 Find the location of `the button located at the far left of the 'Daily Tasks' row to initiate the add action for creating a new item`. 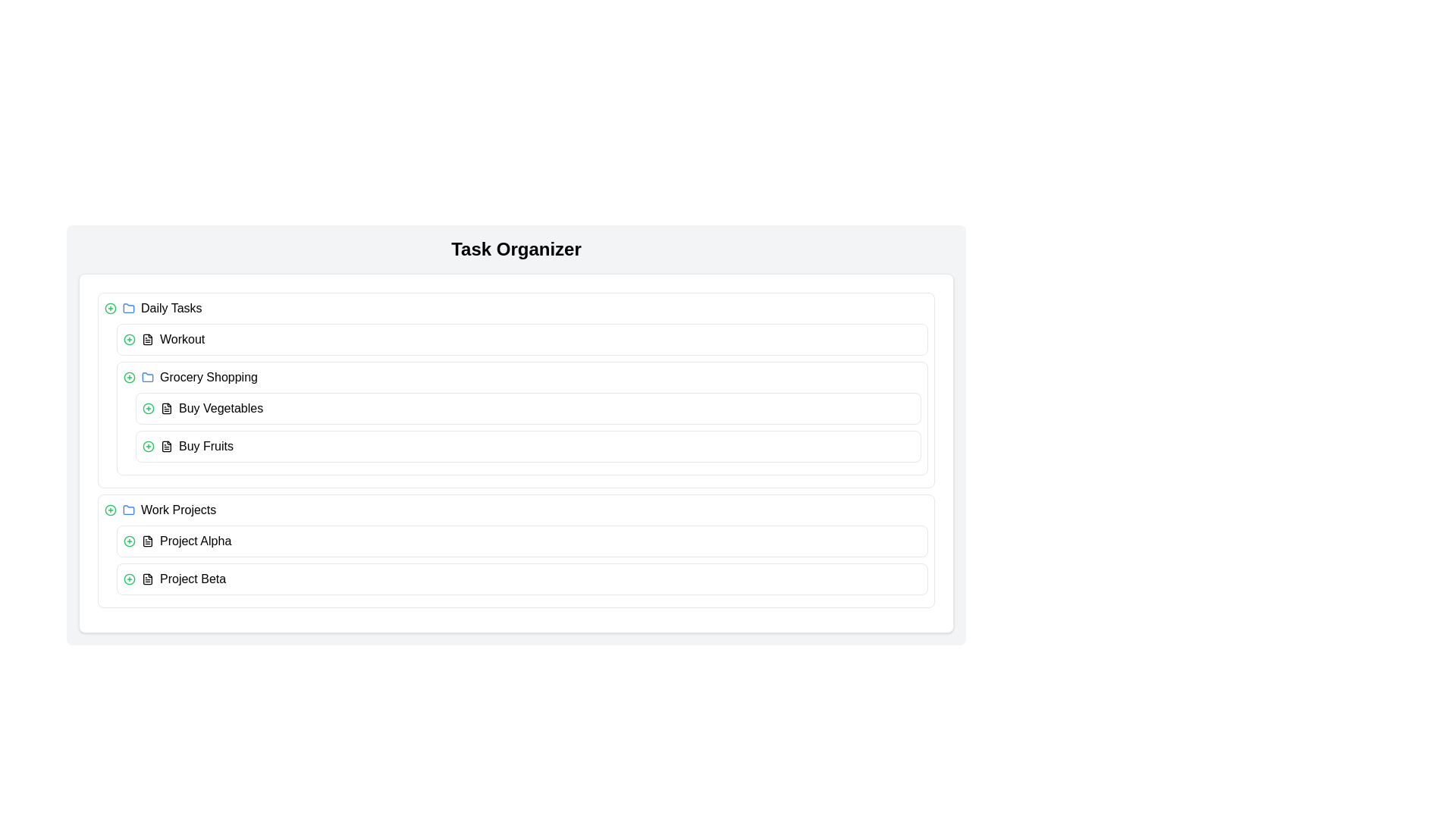

the button located at the far left of the 'Daily Tasks' row to initiate the add action for creating a new item is located at coordinates (109, 308).